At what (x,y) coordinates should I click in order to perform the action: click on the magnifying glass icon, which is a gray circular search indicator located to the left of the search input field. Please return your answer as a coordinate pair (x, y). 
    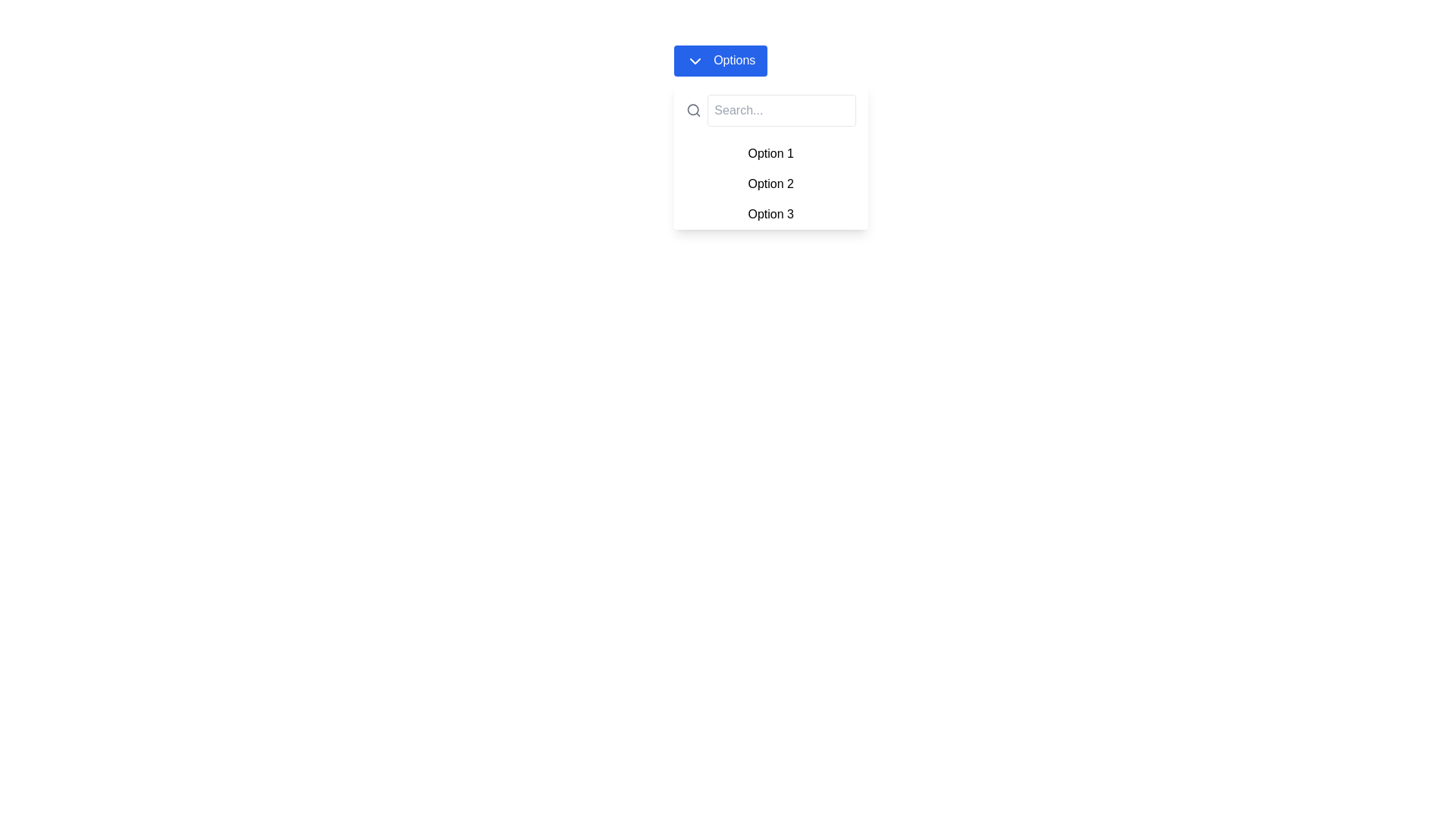
    Looking at the image, I should click on (693, 109).